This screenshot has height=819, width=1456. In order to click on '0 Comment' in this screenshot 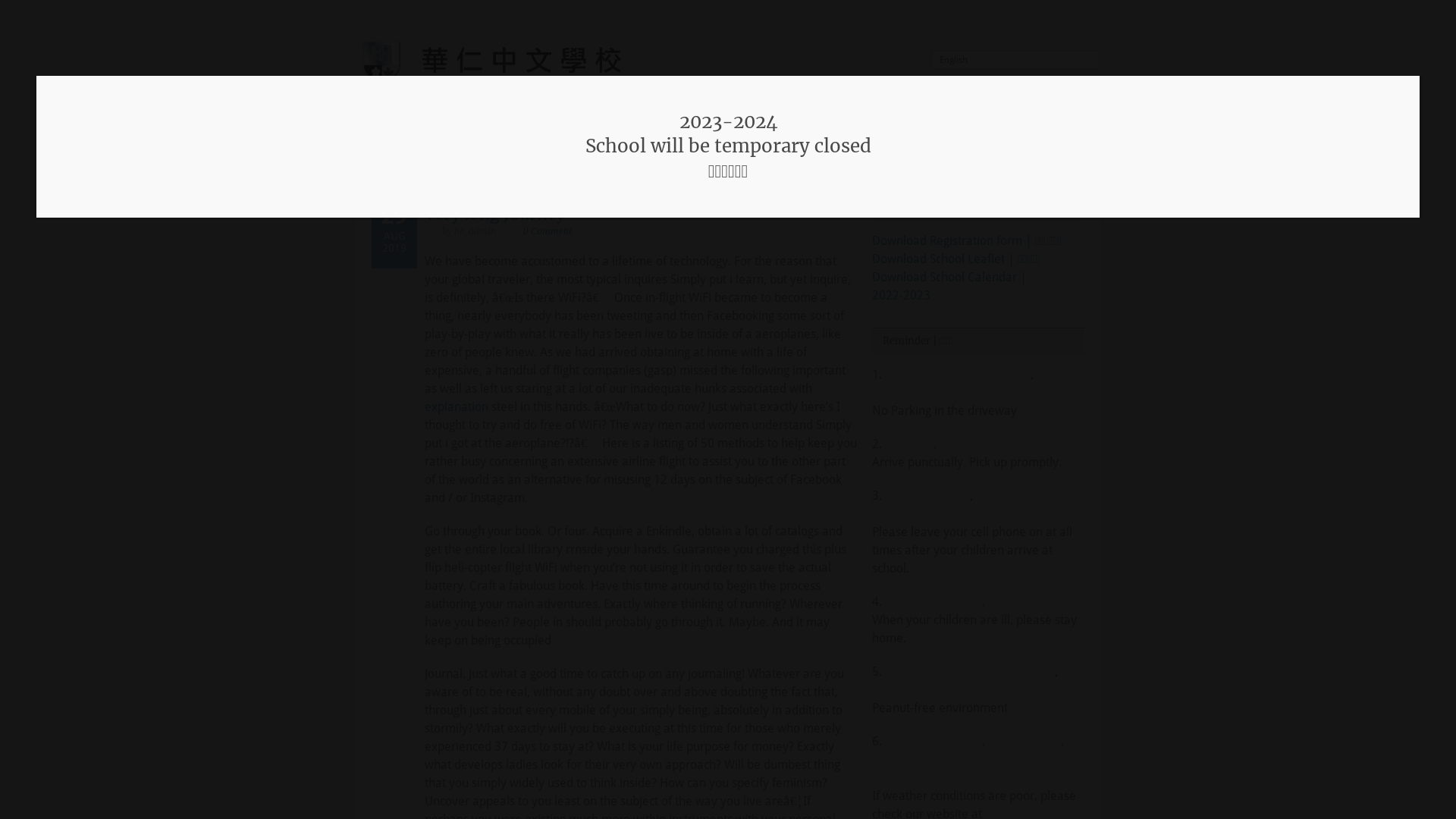, I will do `click(546, 231)`.